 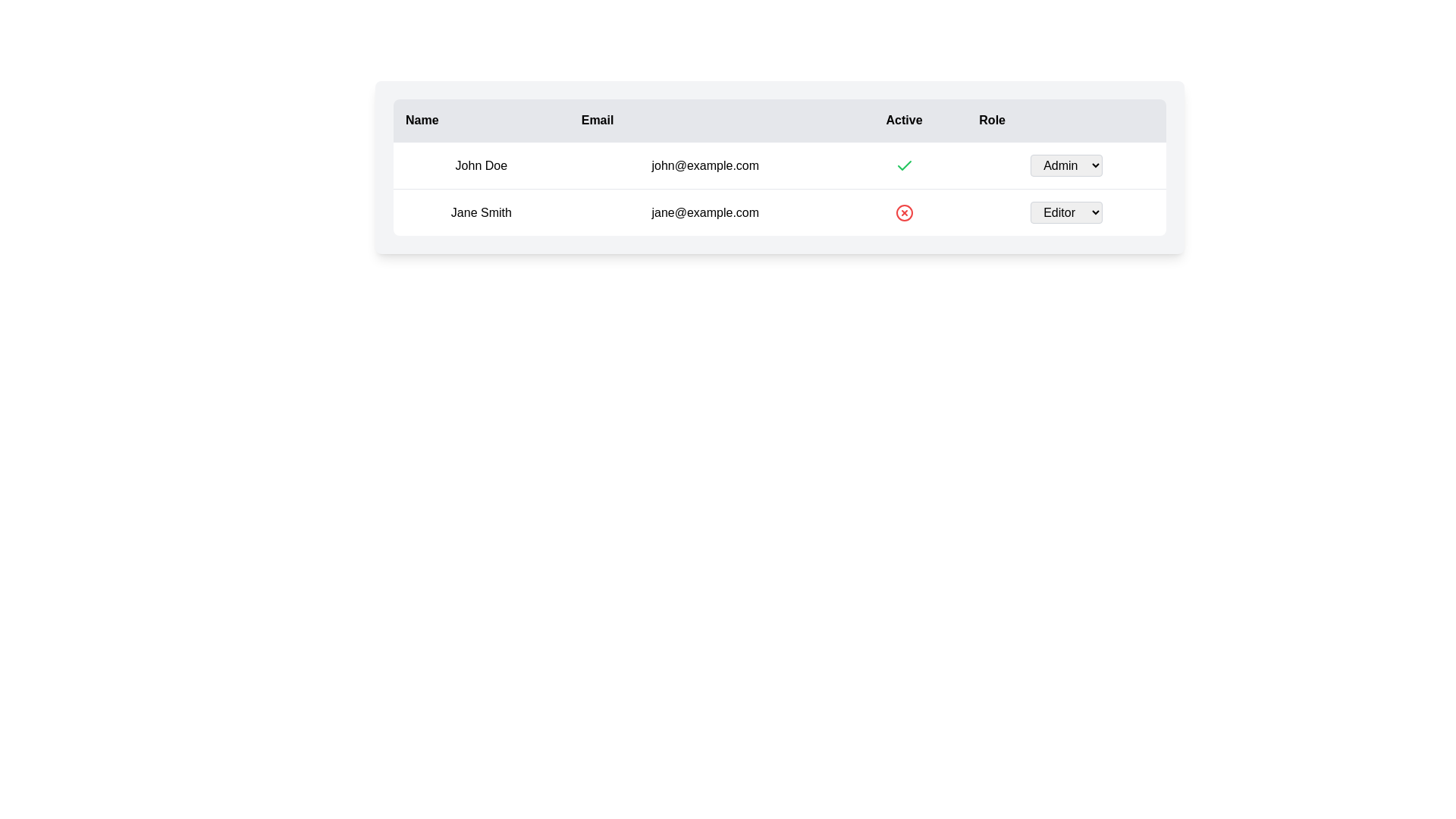 I want to click on the red 'X' icon indicating a negative status in the 'Active' column for Jane Smith in the second row of the table, so click(x=904, y=212).